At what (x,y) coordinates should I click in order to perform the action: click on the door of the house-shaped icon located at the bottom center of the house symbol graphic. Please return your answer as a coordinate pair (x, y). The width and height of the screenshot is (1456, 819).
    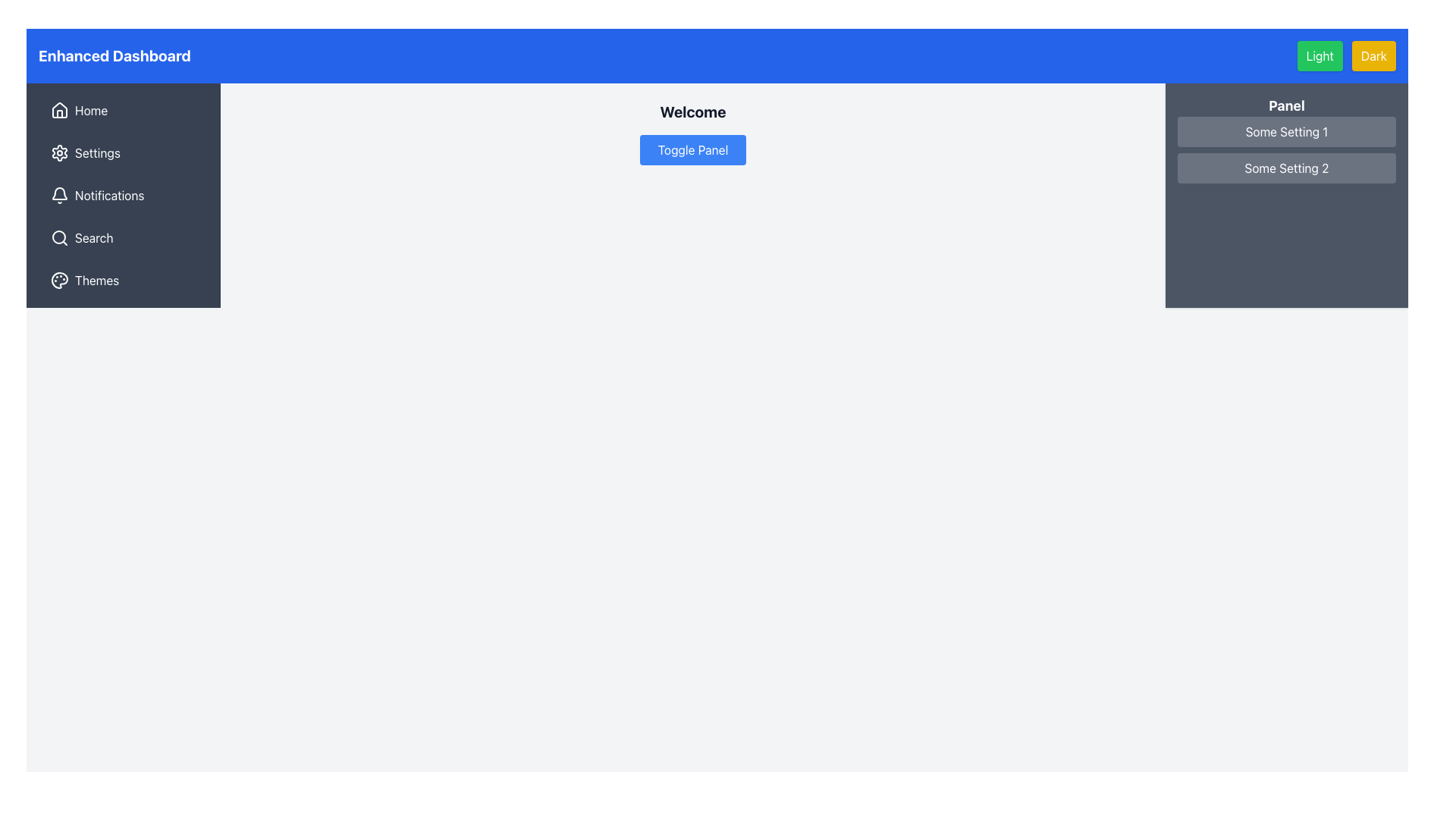
    Looking at the image, I should click on (59, 113).